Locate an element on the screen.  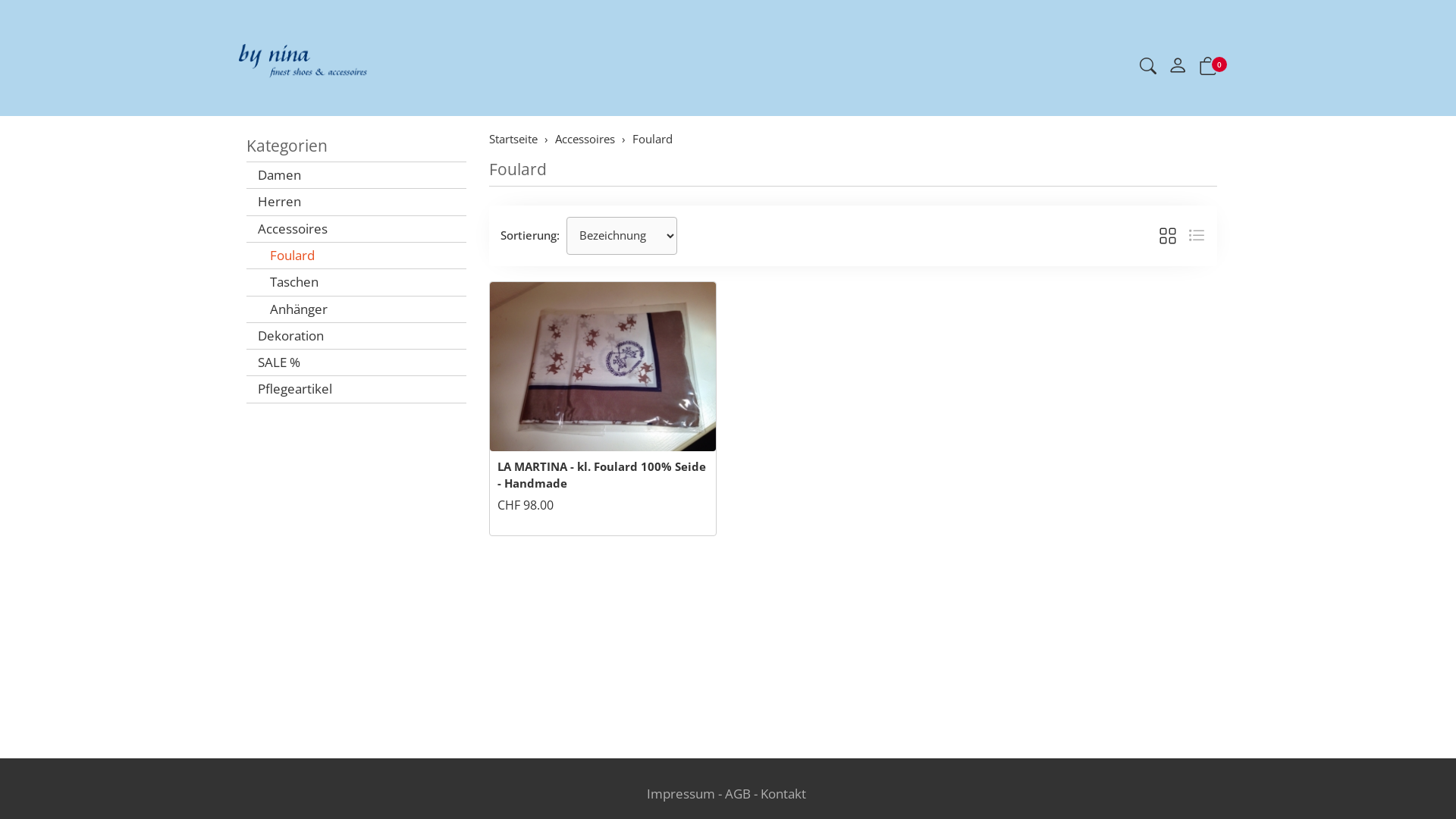
'Kachelansicht' is located at coordinates (1167, 236).